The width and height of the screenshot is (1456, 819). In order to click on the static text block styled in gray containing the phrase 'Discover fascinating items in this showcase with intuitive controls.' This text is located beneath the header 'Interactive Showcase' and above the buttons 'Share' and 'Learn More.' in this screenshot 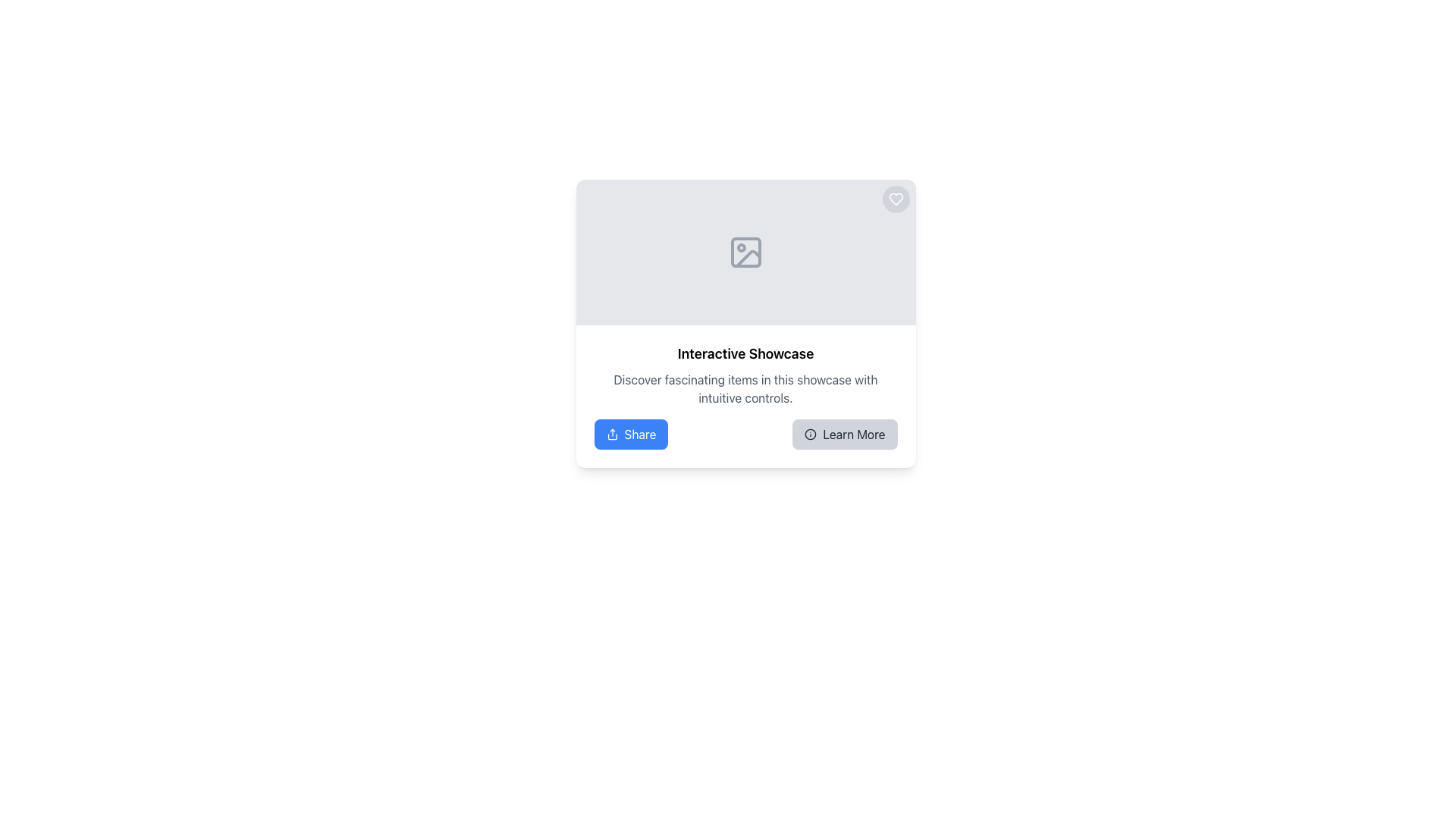, I will do `click(745, 388)`.